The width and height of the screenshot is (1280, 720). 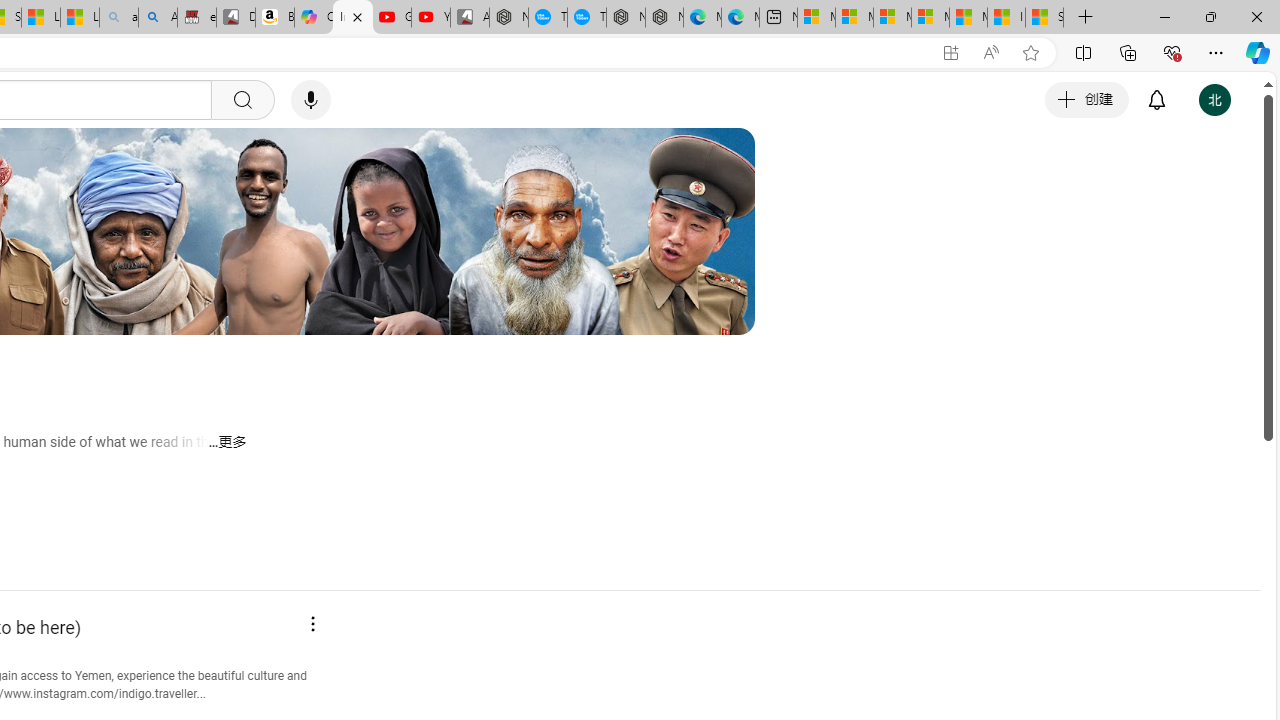 I want to click on 'amazon - Search - Sleeping', so click(x=118, y=17).